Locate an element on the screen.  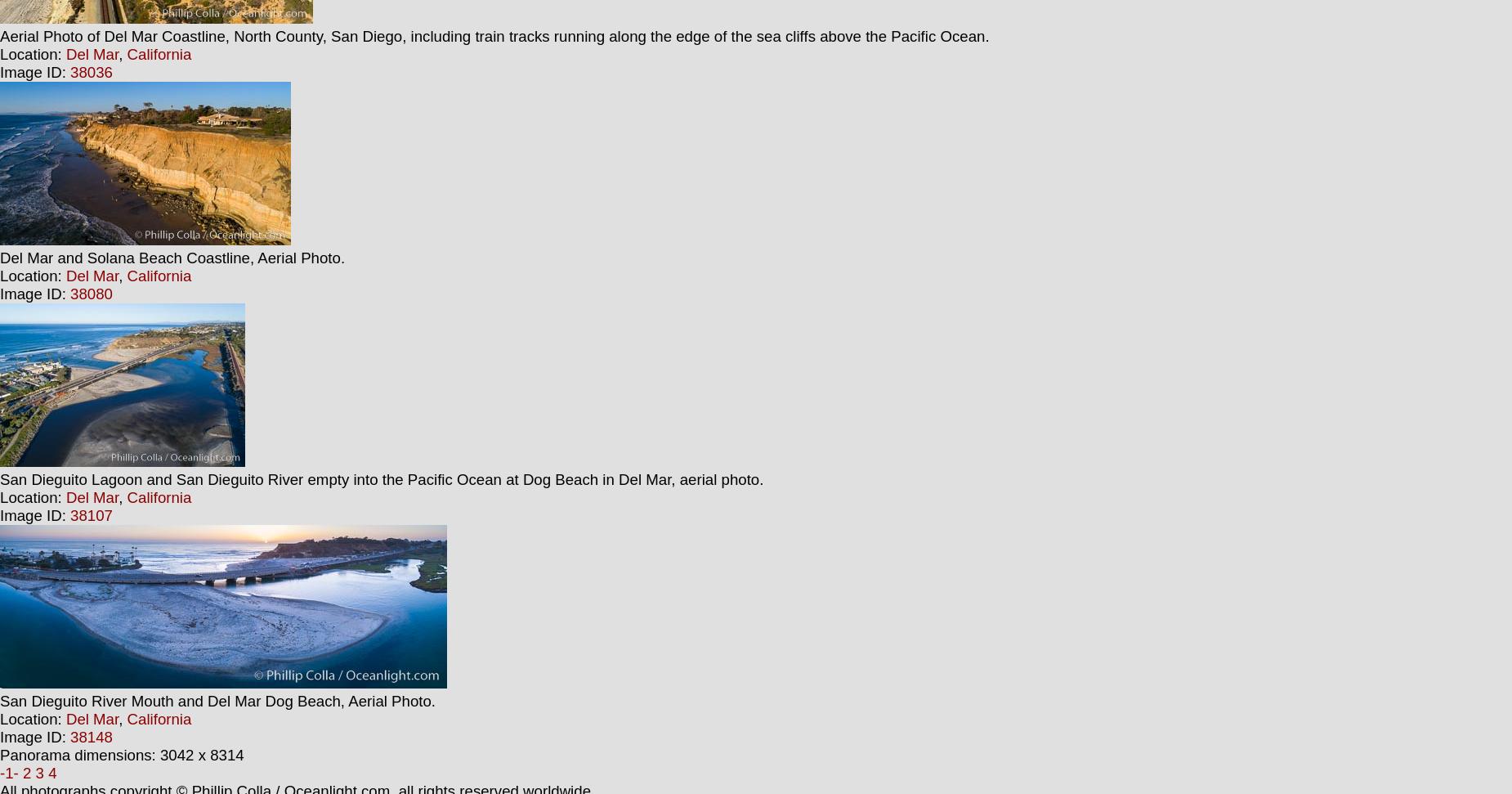
'4' is located at coordinates (51, 772).